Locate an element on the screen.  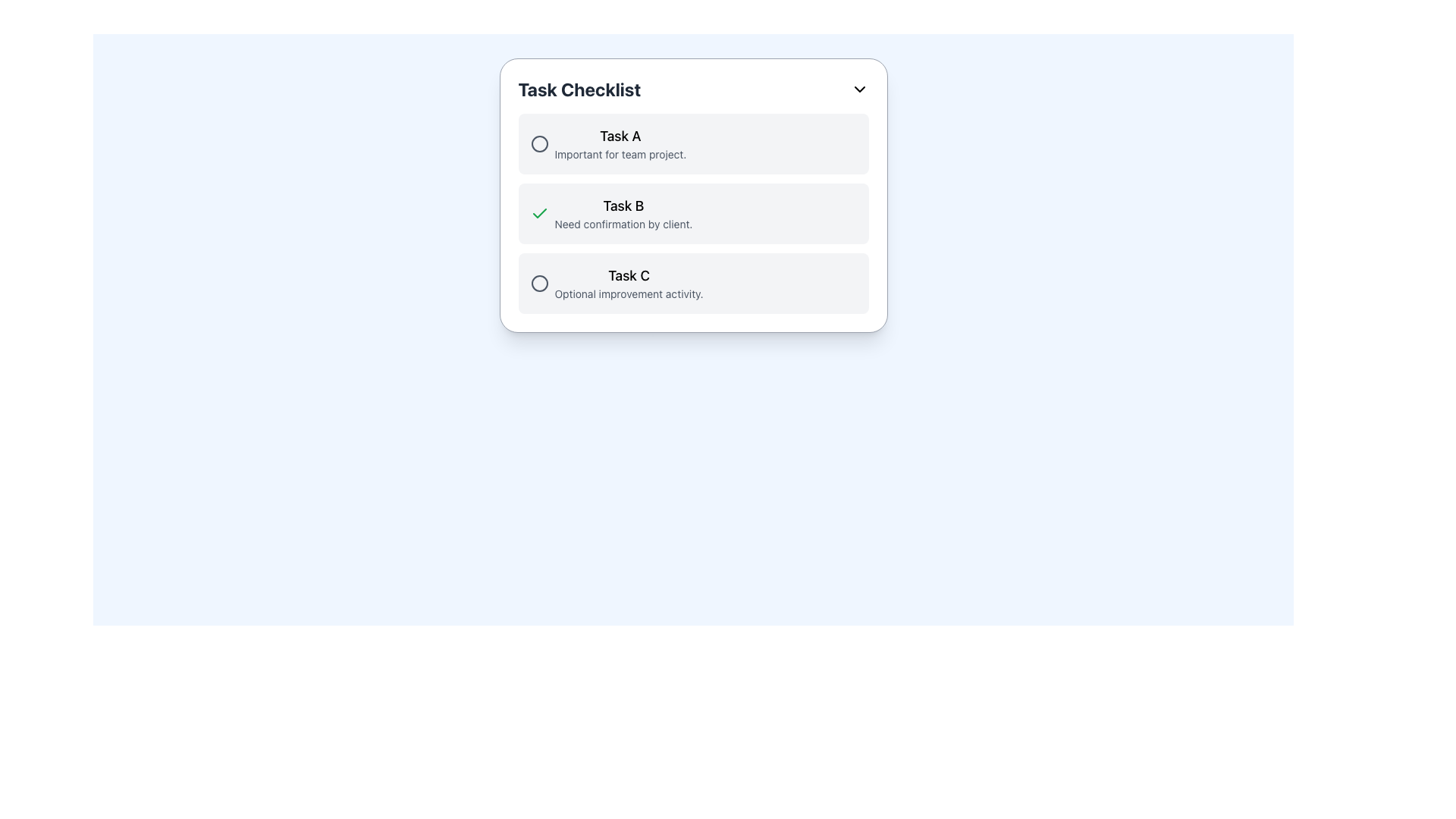
the third list item labeled 'Task C' in the 'Task Checklist' section is located at coordinates (692, 284).